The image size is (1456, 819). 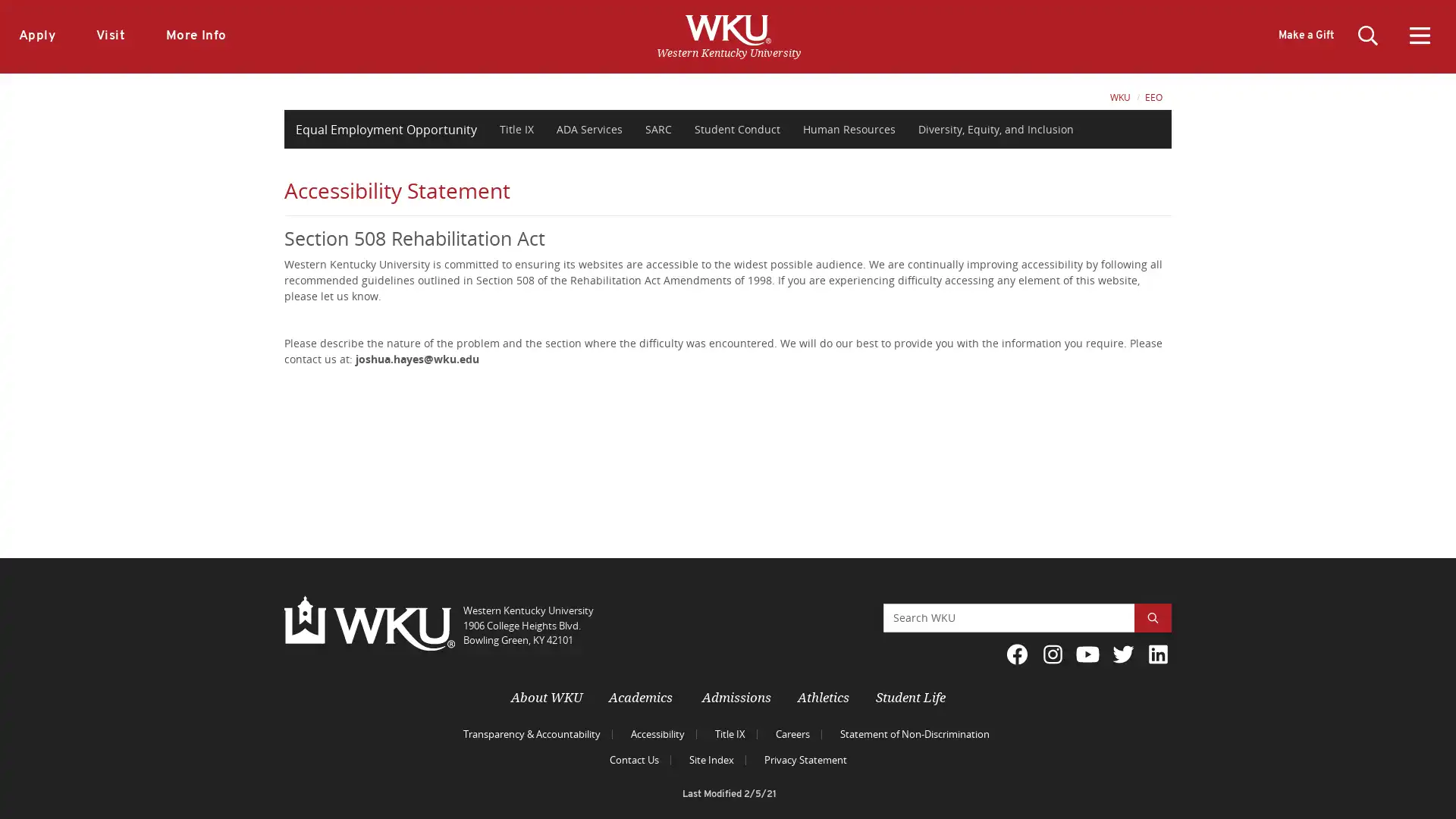 I want to click on Search, so click(x=1153, y=617).